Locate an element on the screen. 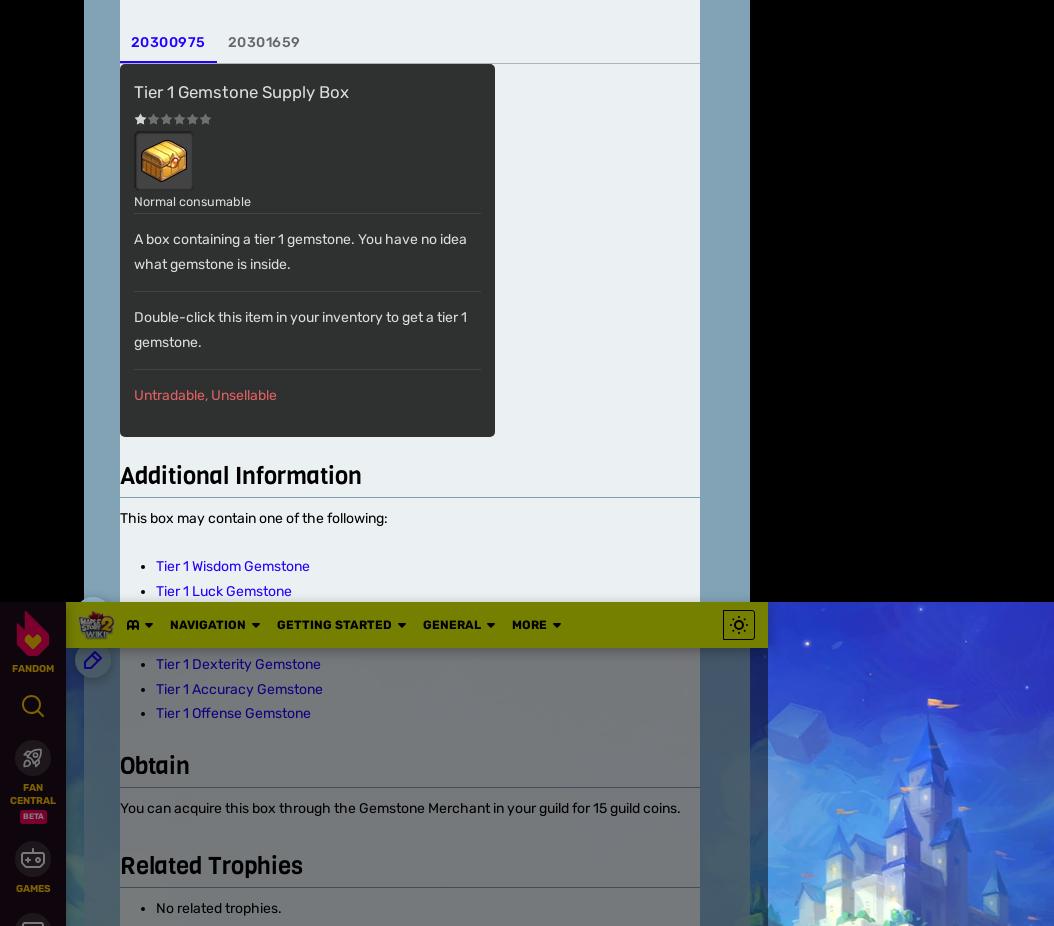  'Community' is located at coordinates (121, 660).